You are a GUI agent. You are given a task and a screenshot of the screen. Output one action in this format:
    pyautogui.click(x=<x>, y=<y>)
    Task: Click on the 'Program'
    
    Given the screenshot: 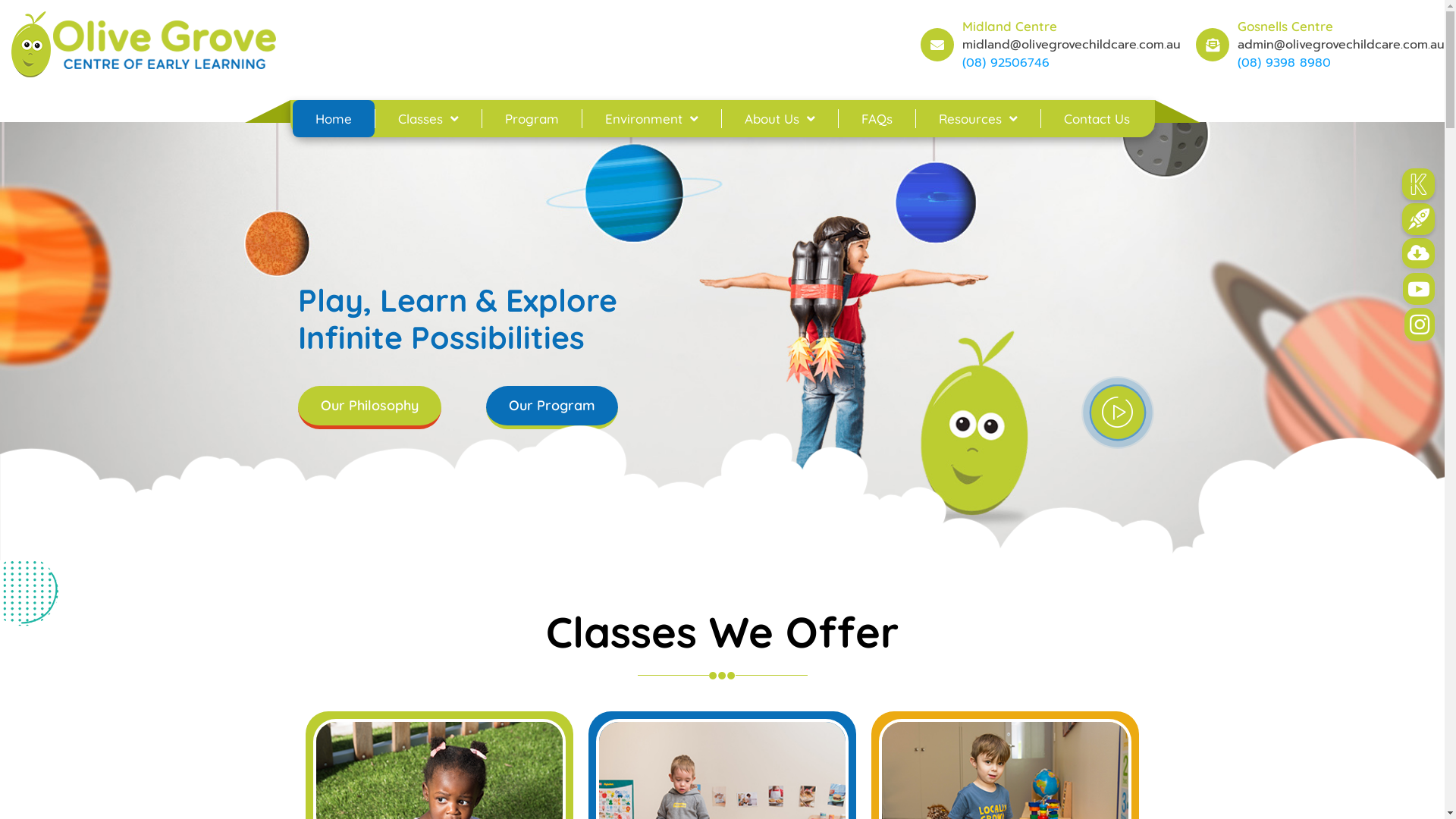 What is the action you would take?
    pyautogui.click(x=532, y=118)
    